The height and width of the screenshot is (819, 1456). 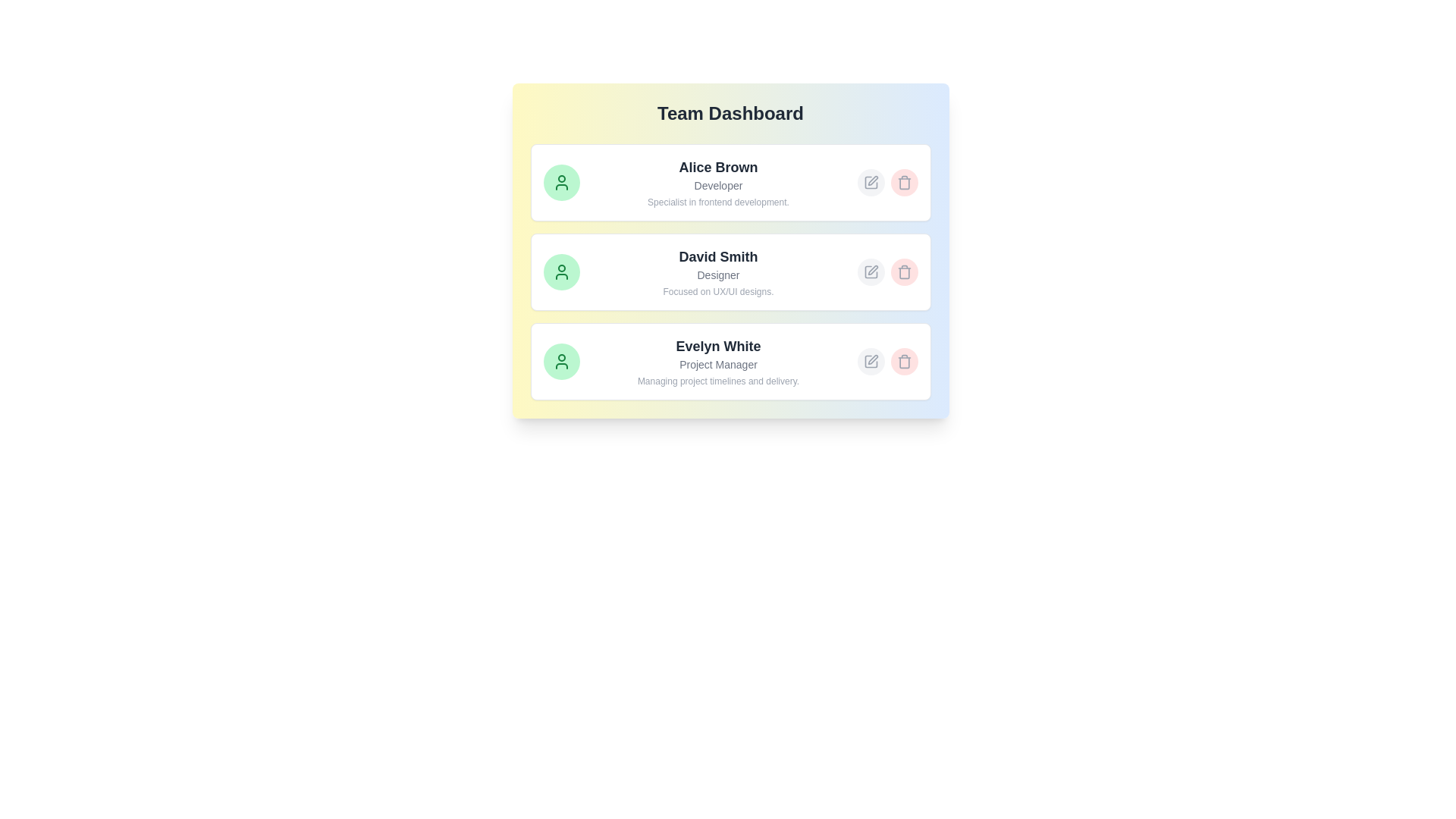 I want to click on the circular icon with a pale green background representing the user profile of Evelyn White, the Project Manager, so click(x=560, y=362).